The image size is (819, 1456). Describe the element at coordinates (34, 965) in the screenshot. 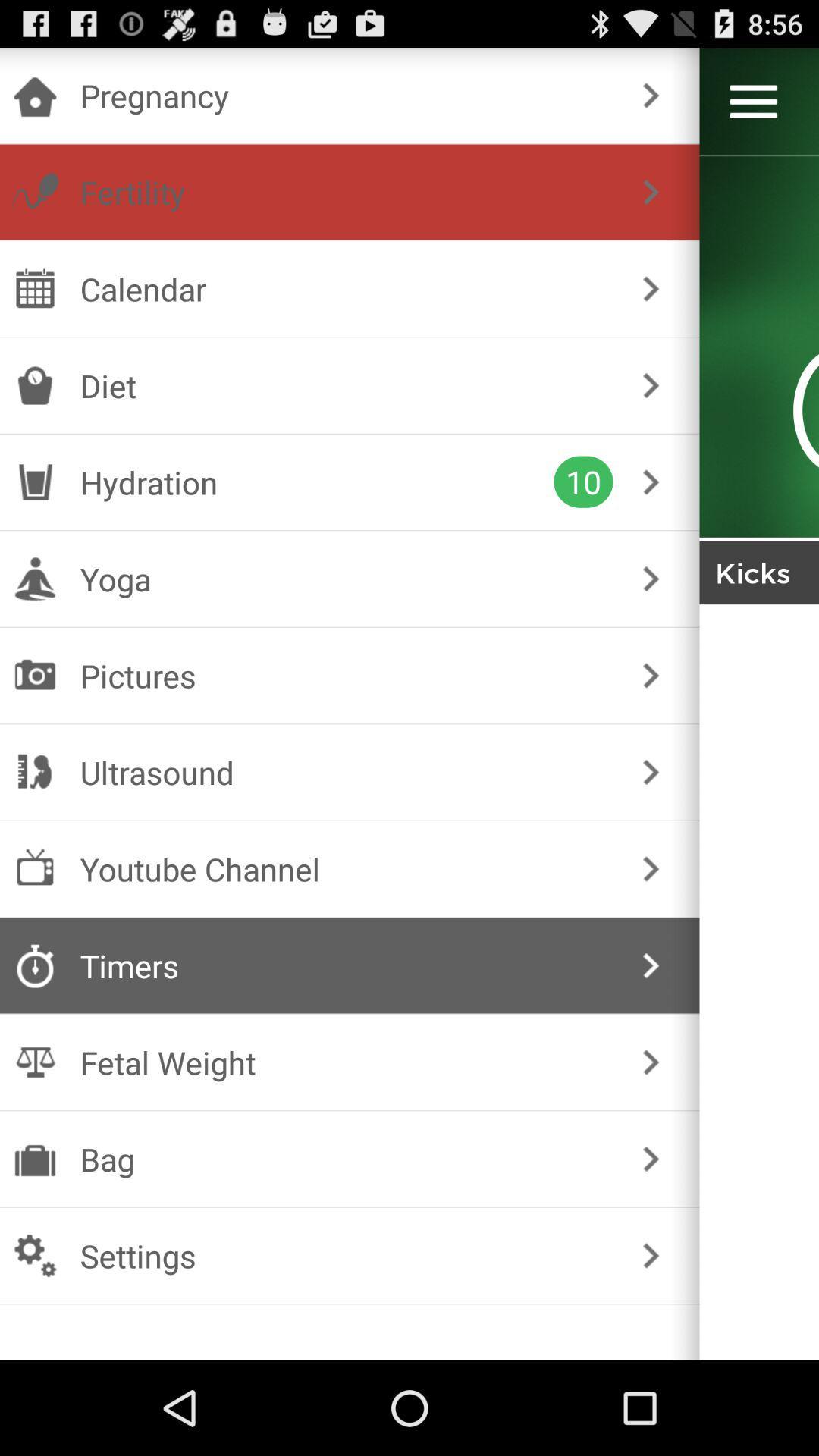

I see `the icon which is left to the timers` at that location.